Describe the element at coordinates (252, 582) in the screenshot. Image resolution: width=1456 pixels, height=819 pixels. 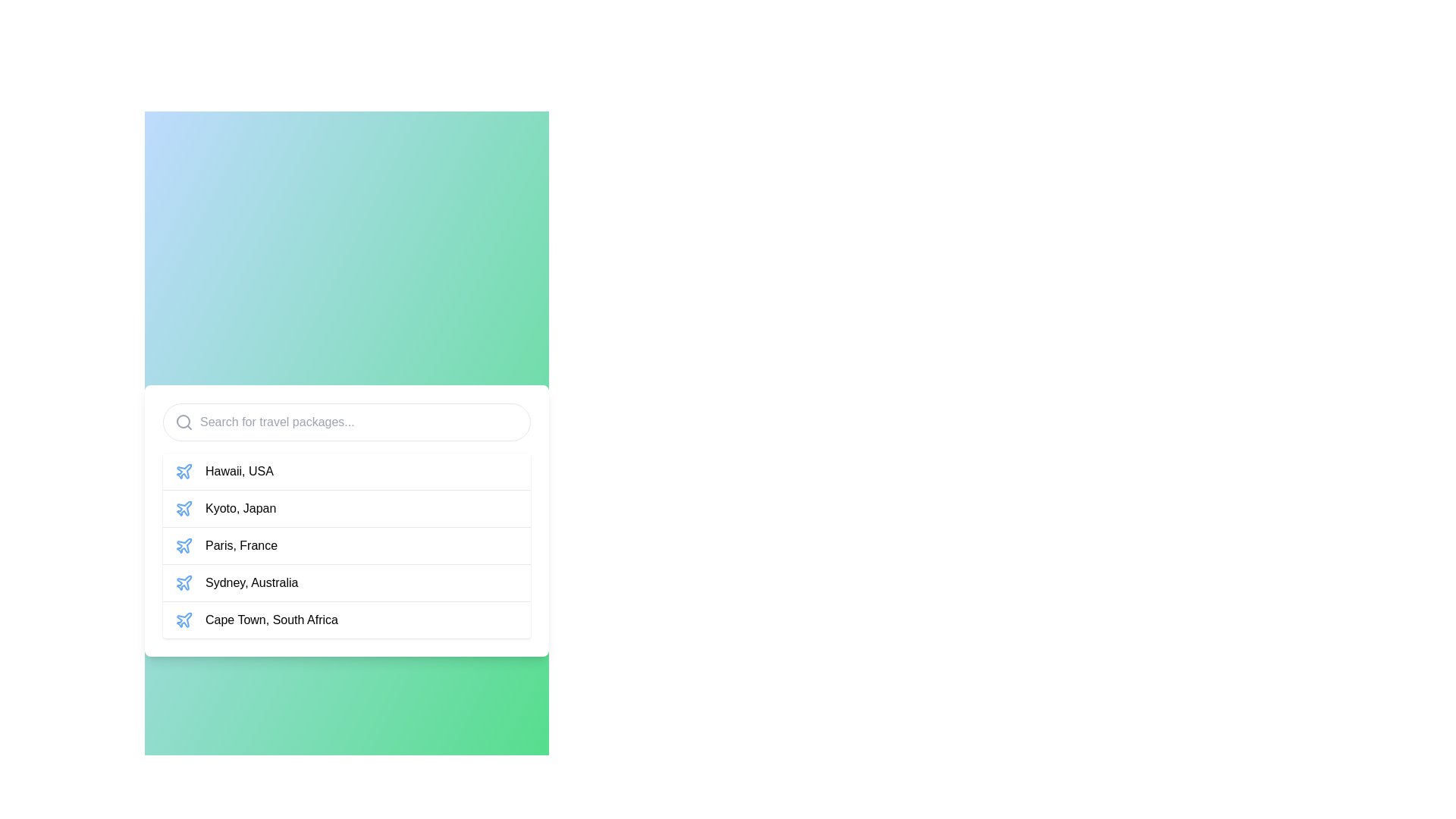
I see `the selectable list item labeled 'Sydney, Australia'` at that location.